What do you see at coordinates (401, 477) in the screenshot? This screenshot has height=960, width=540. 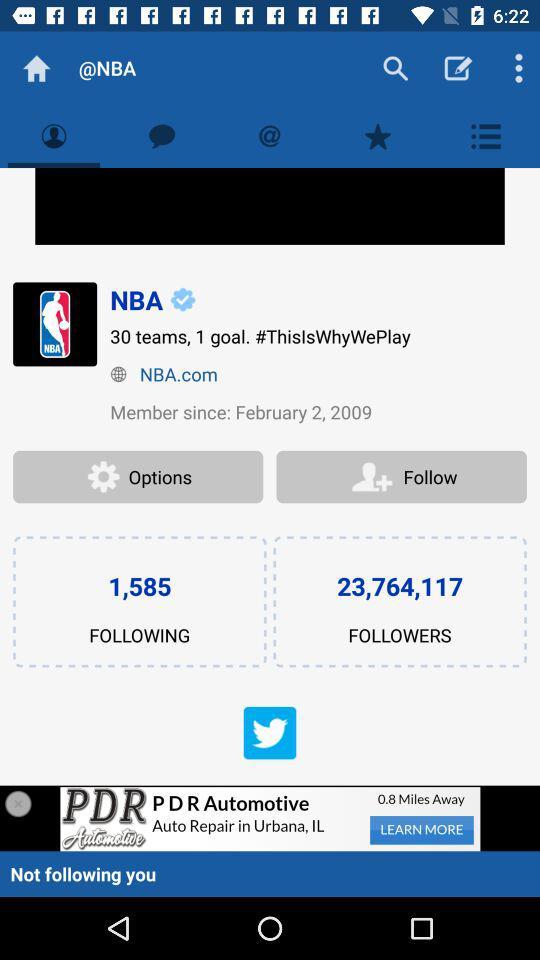 I see `follow option` at bounding box center [401, 477].